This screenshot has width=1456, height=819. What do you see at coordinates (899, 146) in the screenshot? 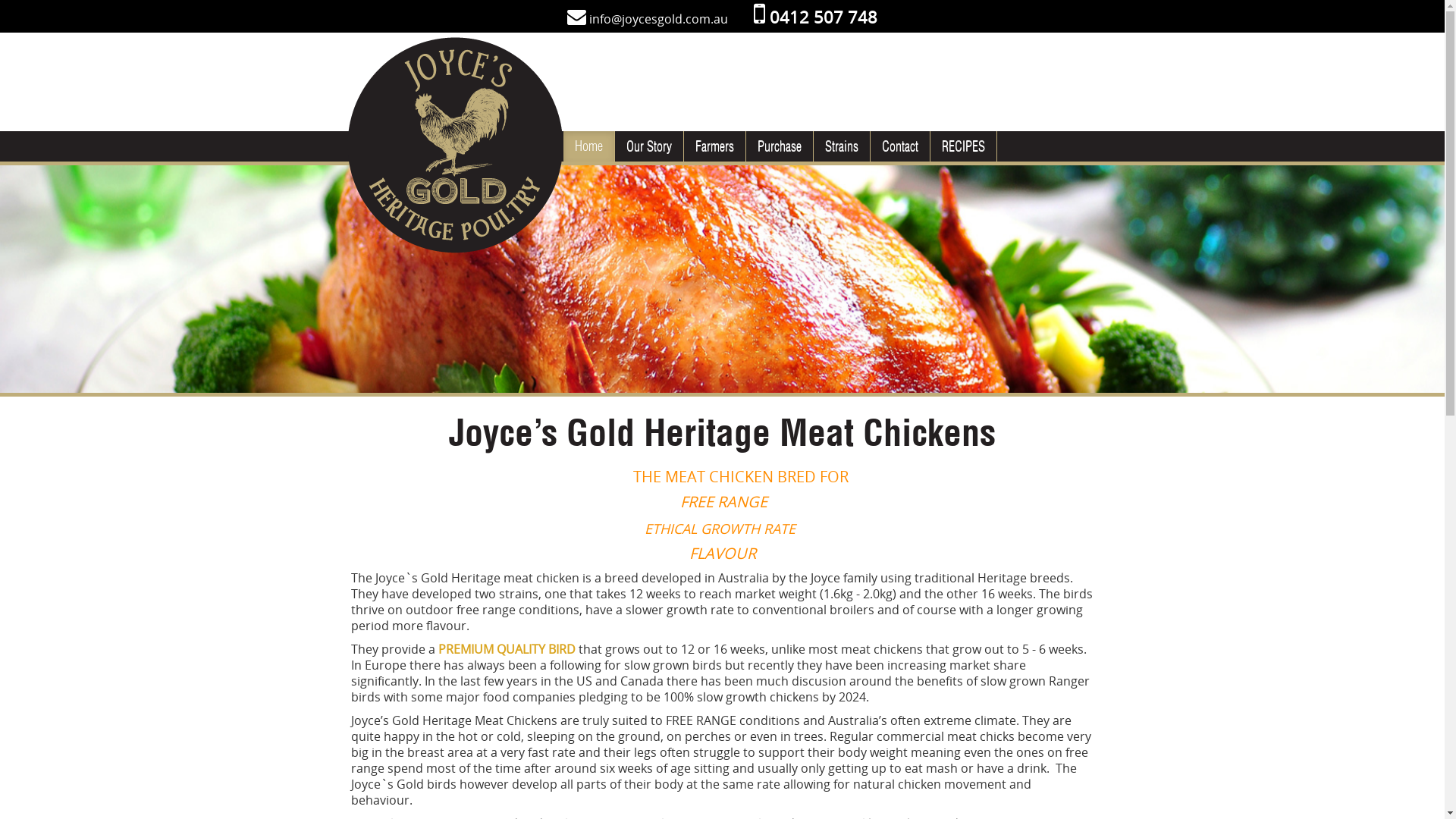
I see `'Contact'` at bounding box center [899, 146].